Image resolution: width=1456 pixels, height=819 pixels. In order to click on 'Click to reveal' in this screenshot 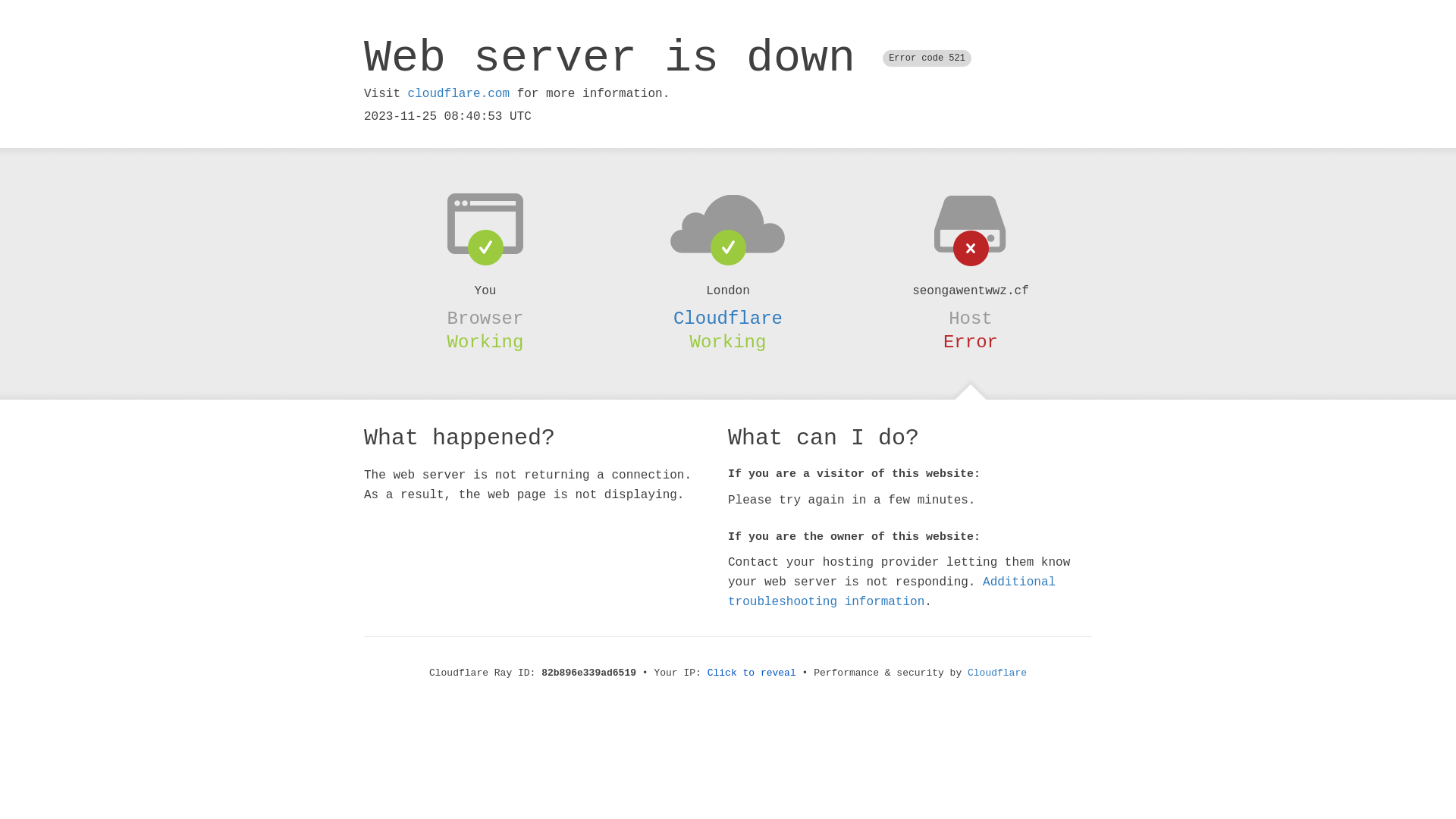, I will do `click(706, 672)`.